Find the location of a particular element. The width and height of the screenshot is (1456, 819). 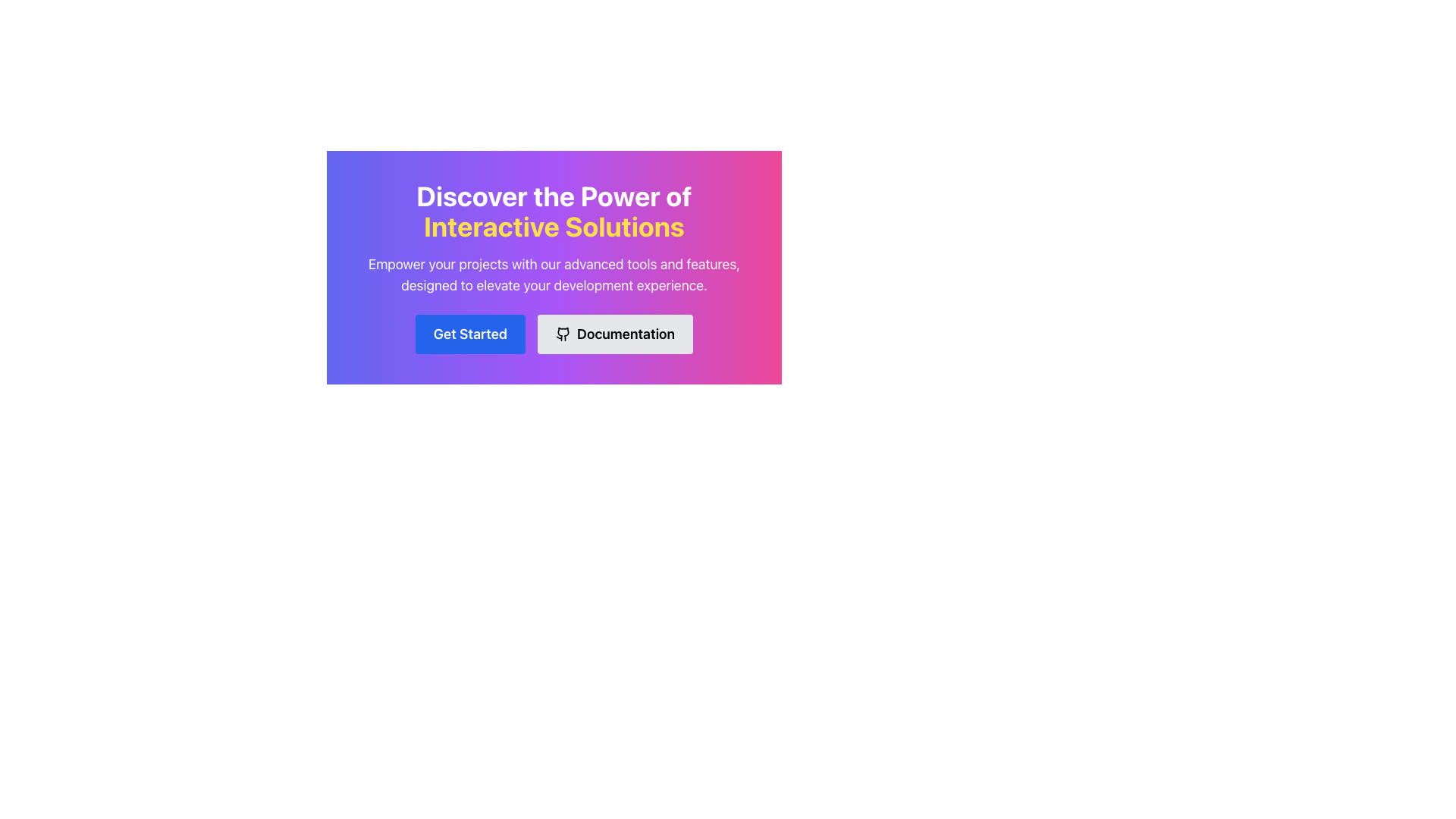

the GitHub icon located at the top-right corner of the main content area is located at coordinates (563, 333).